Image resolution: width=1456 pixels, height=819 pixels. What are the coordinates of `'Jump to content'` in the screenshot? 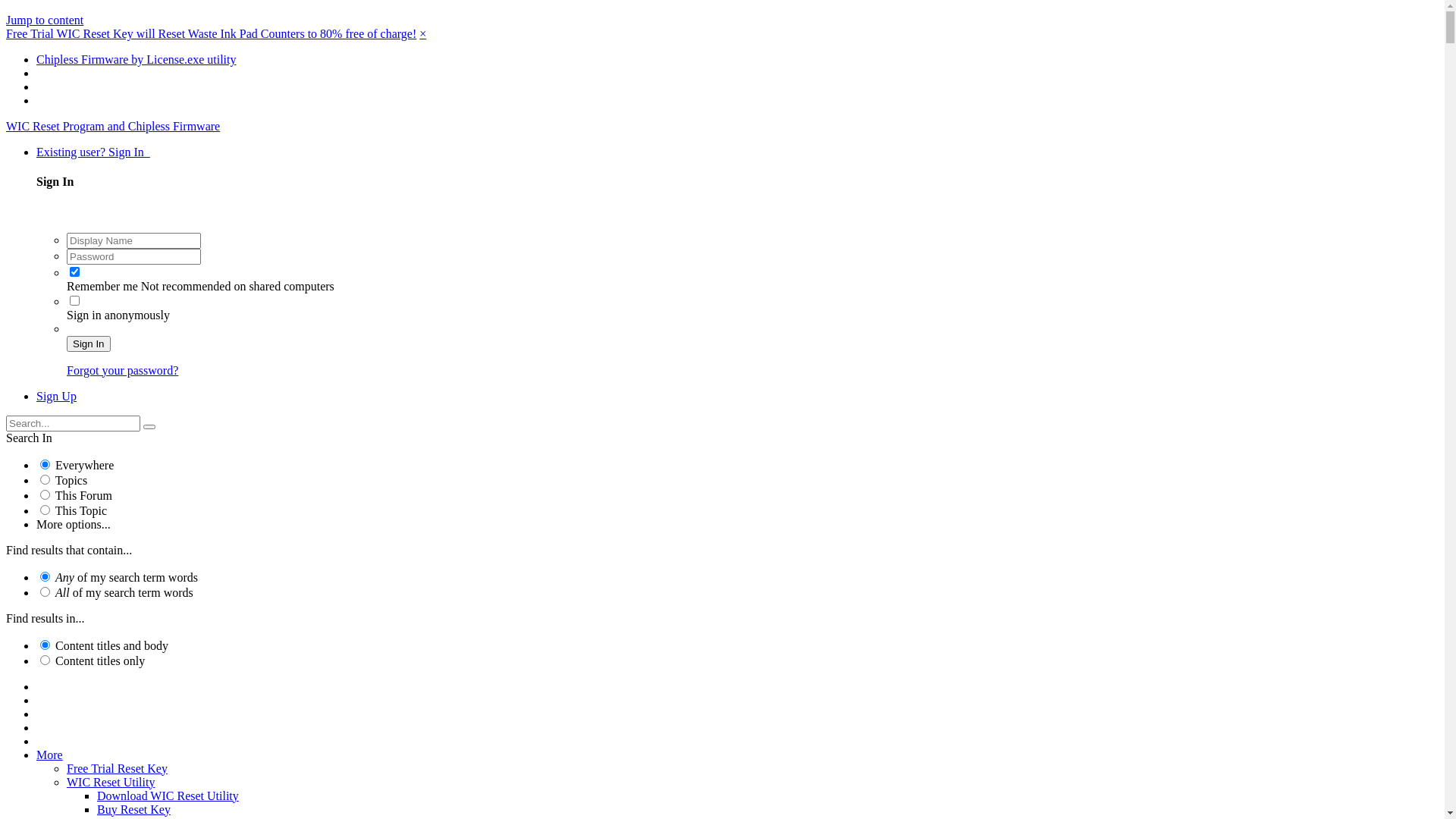 It's located at (6, 20).